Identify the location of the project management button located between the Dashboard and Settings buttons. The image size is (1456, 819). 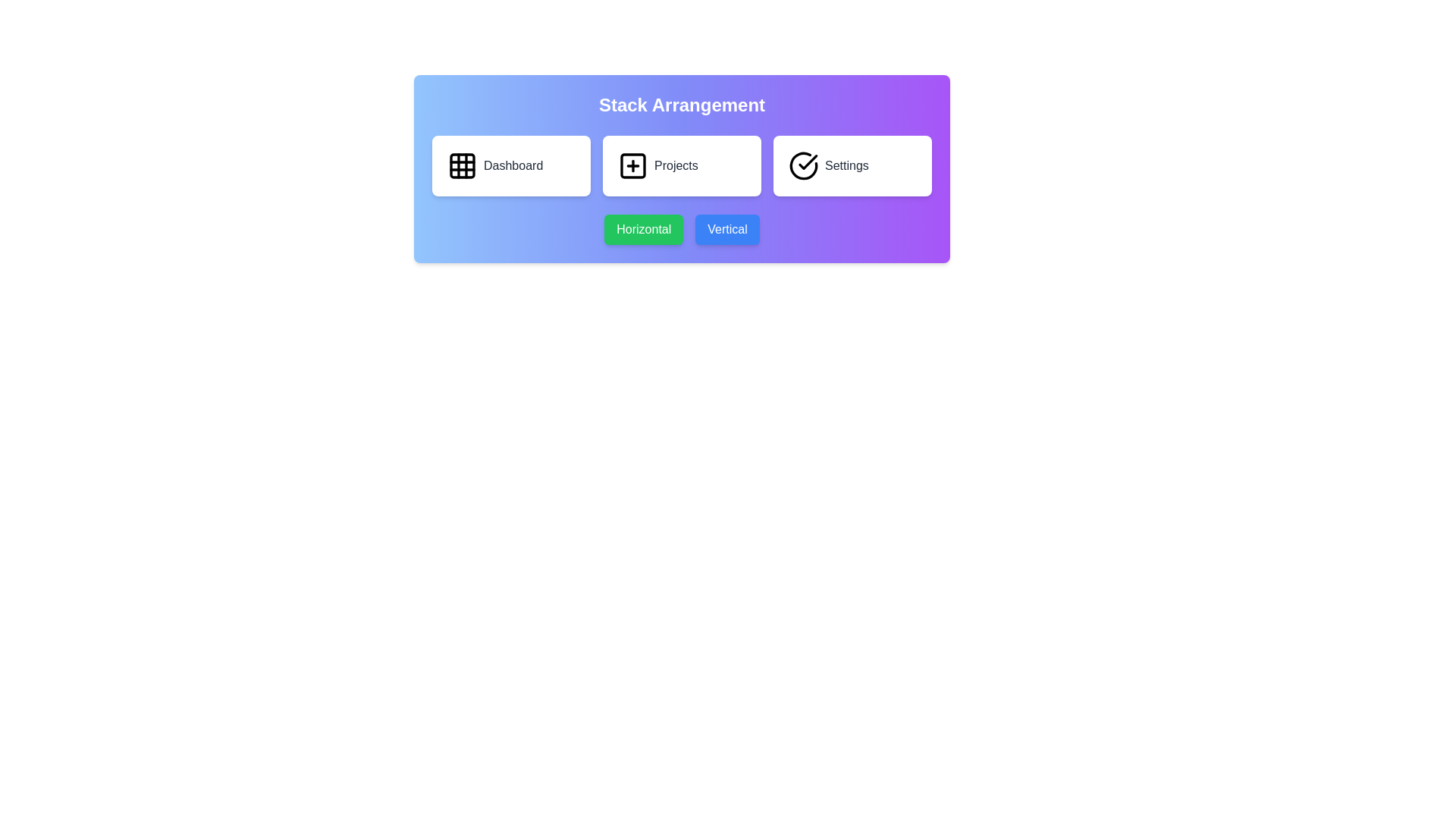
(681, 166).